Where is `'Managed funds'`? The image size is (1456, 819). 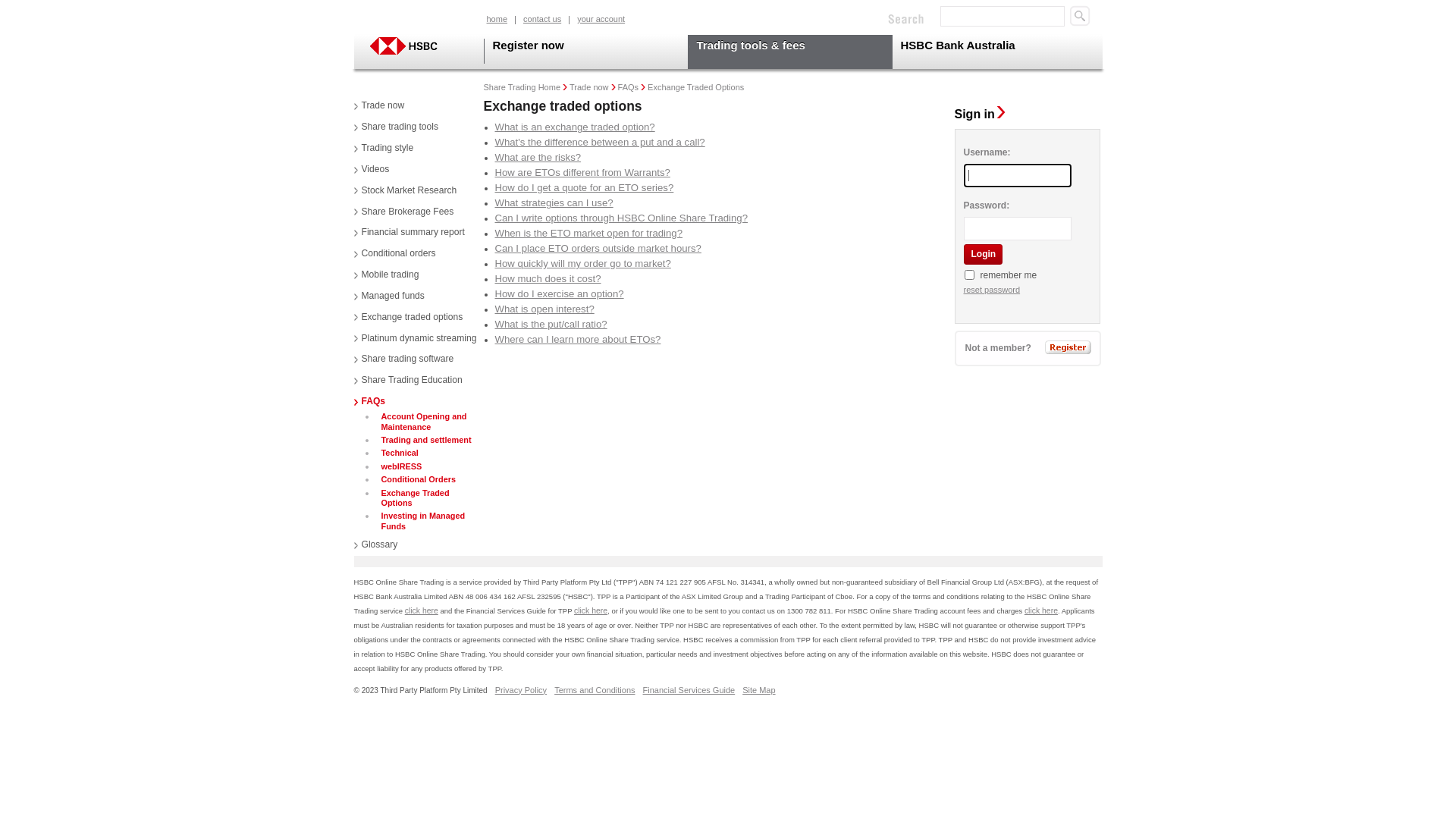 'Managed funds' is located at coordinates (388, 296).